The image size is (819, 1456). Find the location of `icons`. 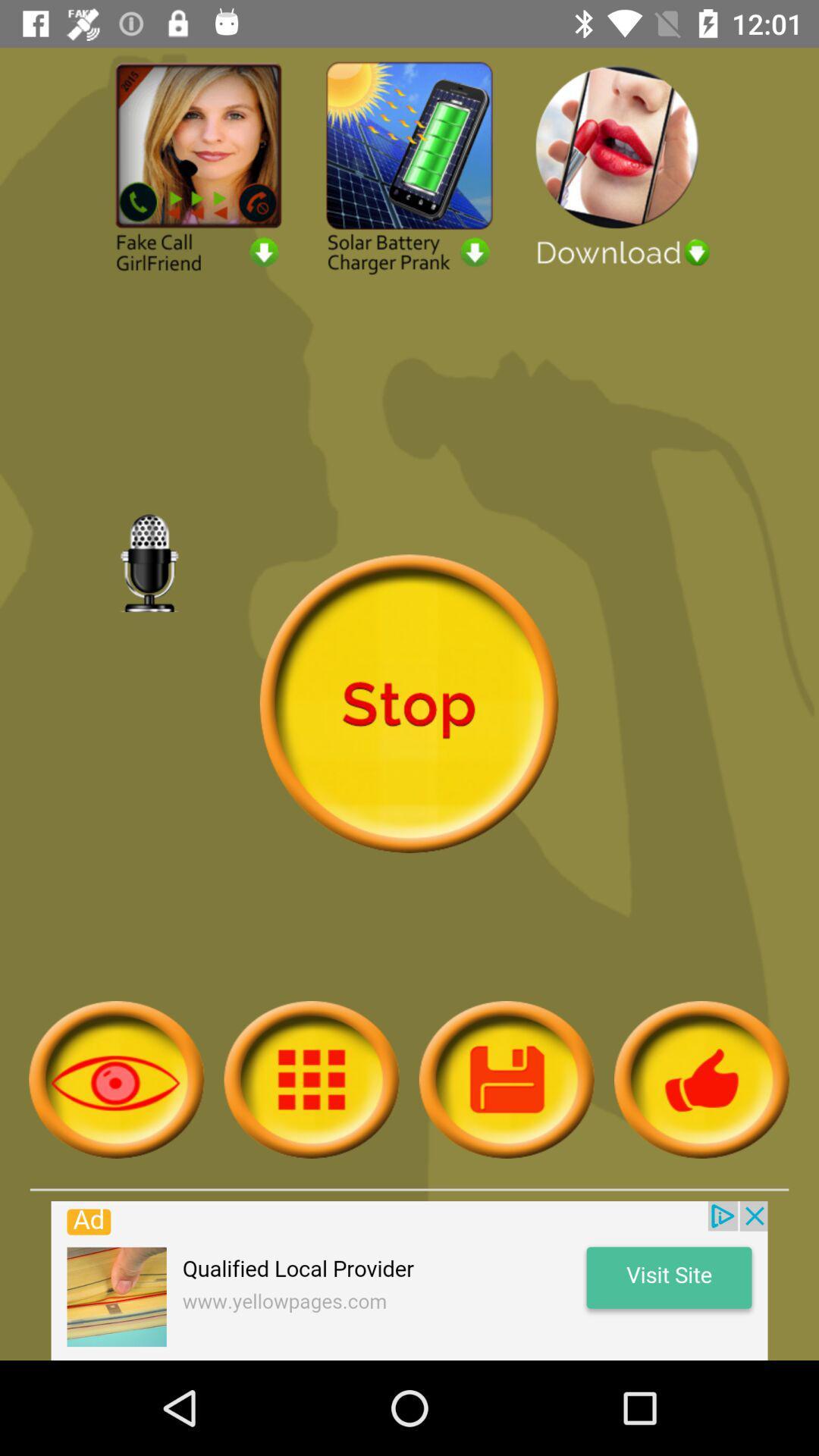

icons is located at coordinates (311, 1078).